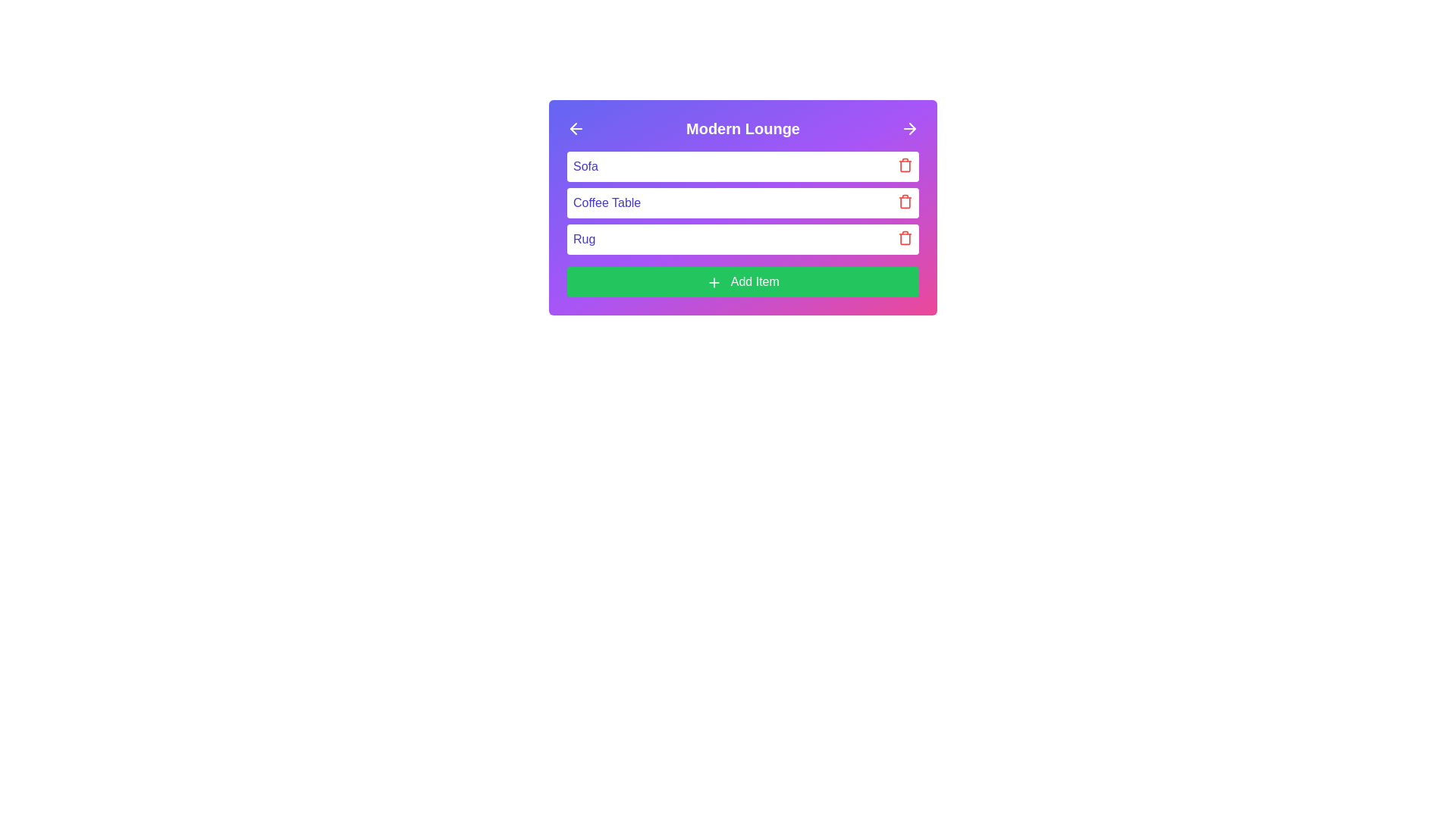 The height and width of the screenshot is (819, 1456). Describe the element at coordinates (910, 127) in the screenshot. I see `the right-pointing arrow icon button, which is located at the far-right side of the title row labeled 'Modern Lounge'` at that location.